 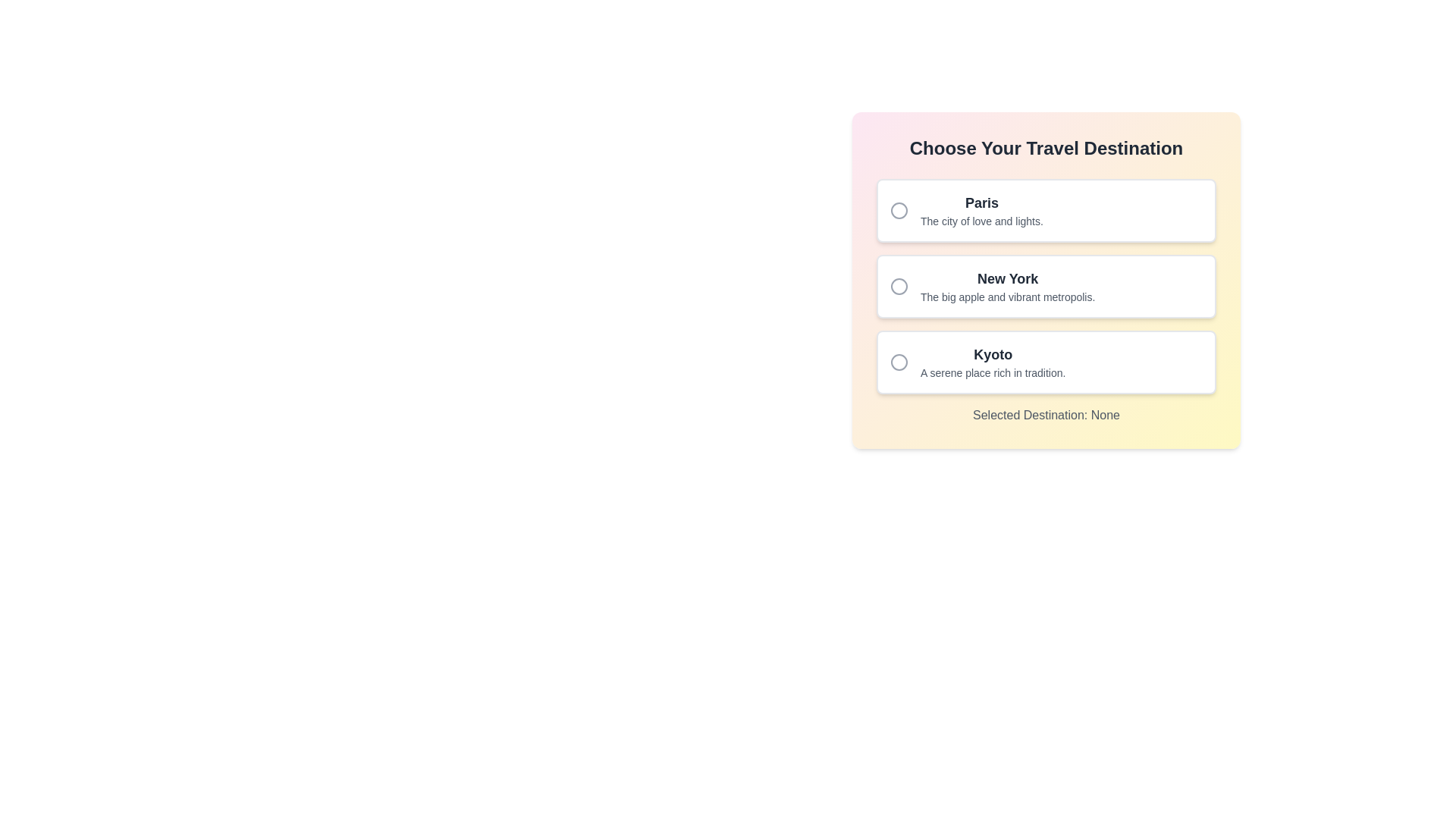 I want to click on the Text Block that provides information about the travel destination 'Kyoto', which is the third item in the list of travel destinations, so click(x=993, y=362).